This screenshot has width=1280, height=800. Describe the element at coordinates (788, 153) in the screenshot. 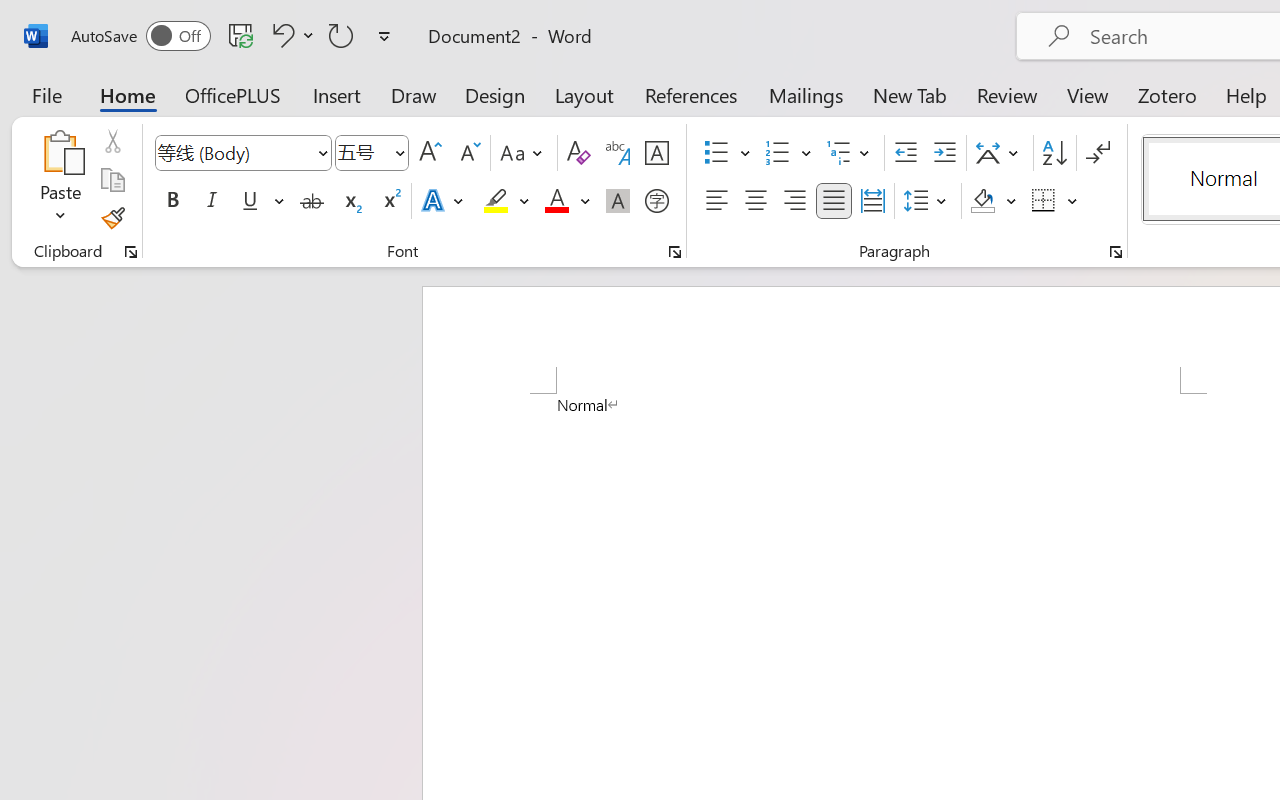

I see `'Numbering'` at that location.